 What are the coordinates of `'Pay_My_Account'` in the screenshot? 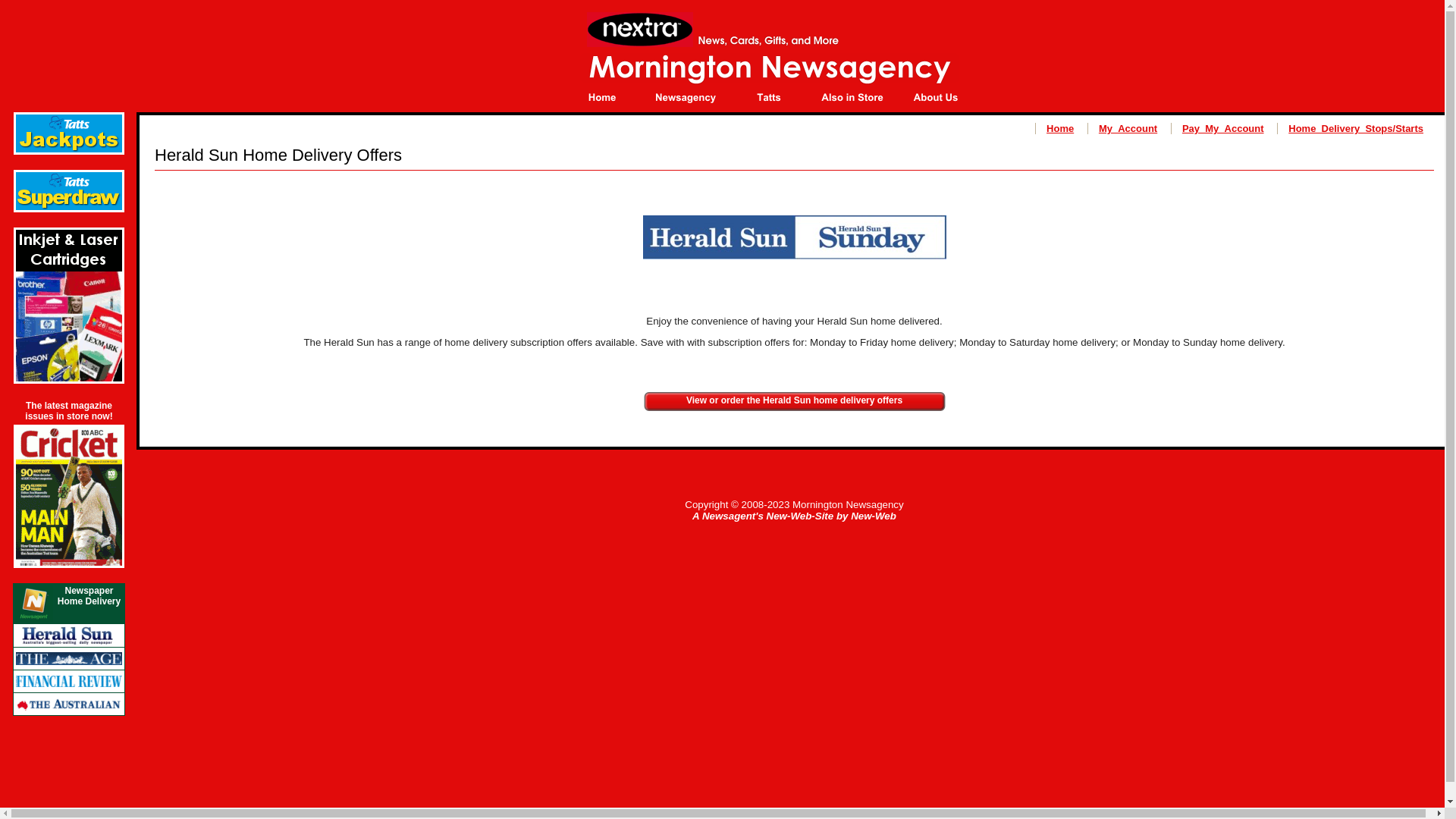 It's located at (1222, 127).